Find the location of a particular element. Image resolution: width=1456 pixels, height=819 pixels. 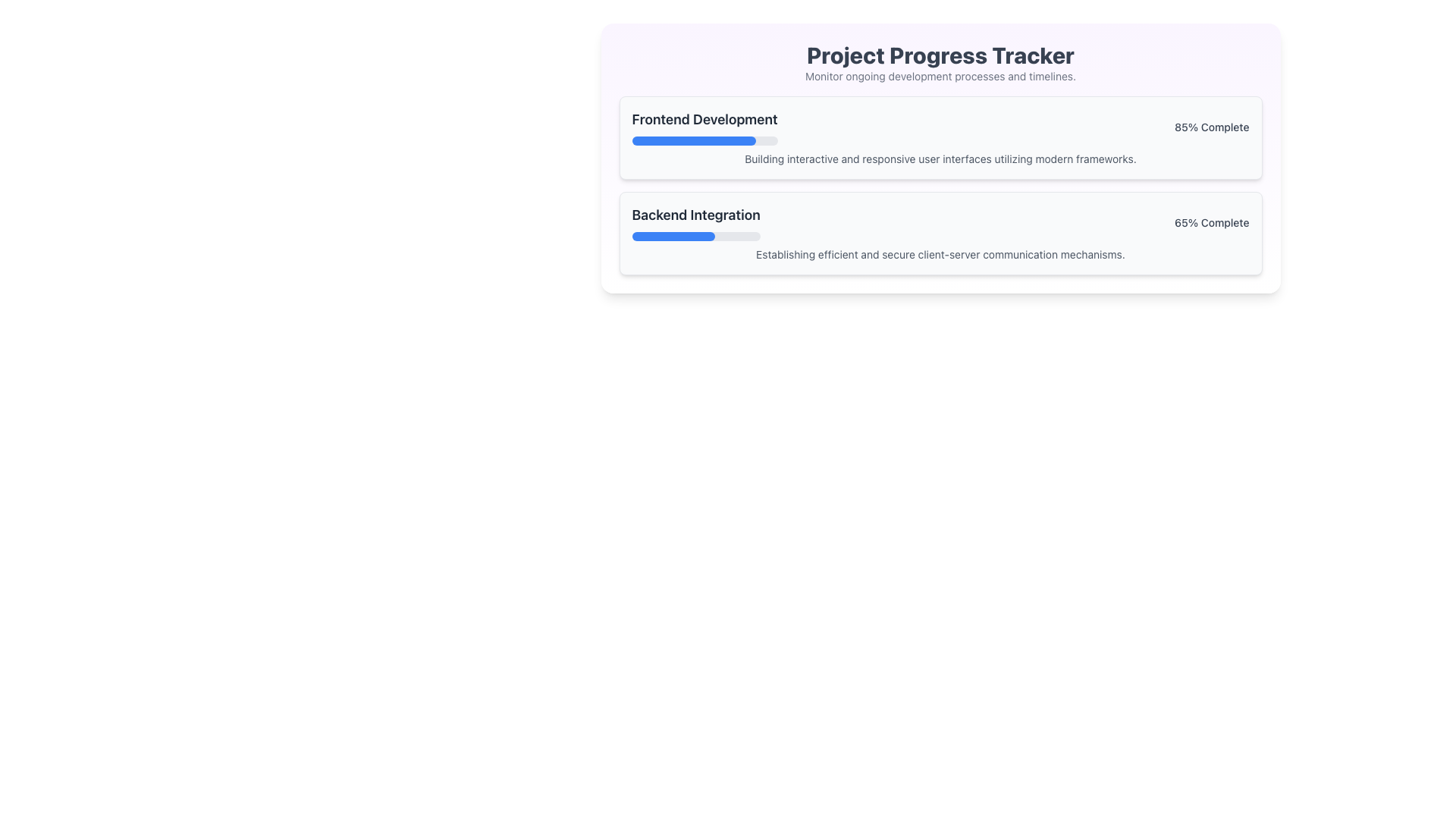

the Progress Bar that visually represents the 65% completion status for the 'Backend Integration' task in the tracker is located at coordinates (695, 237).